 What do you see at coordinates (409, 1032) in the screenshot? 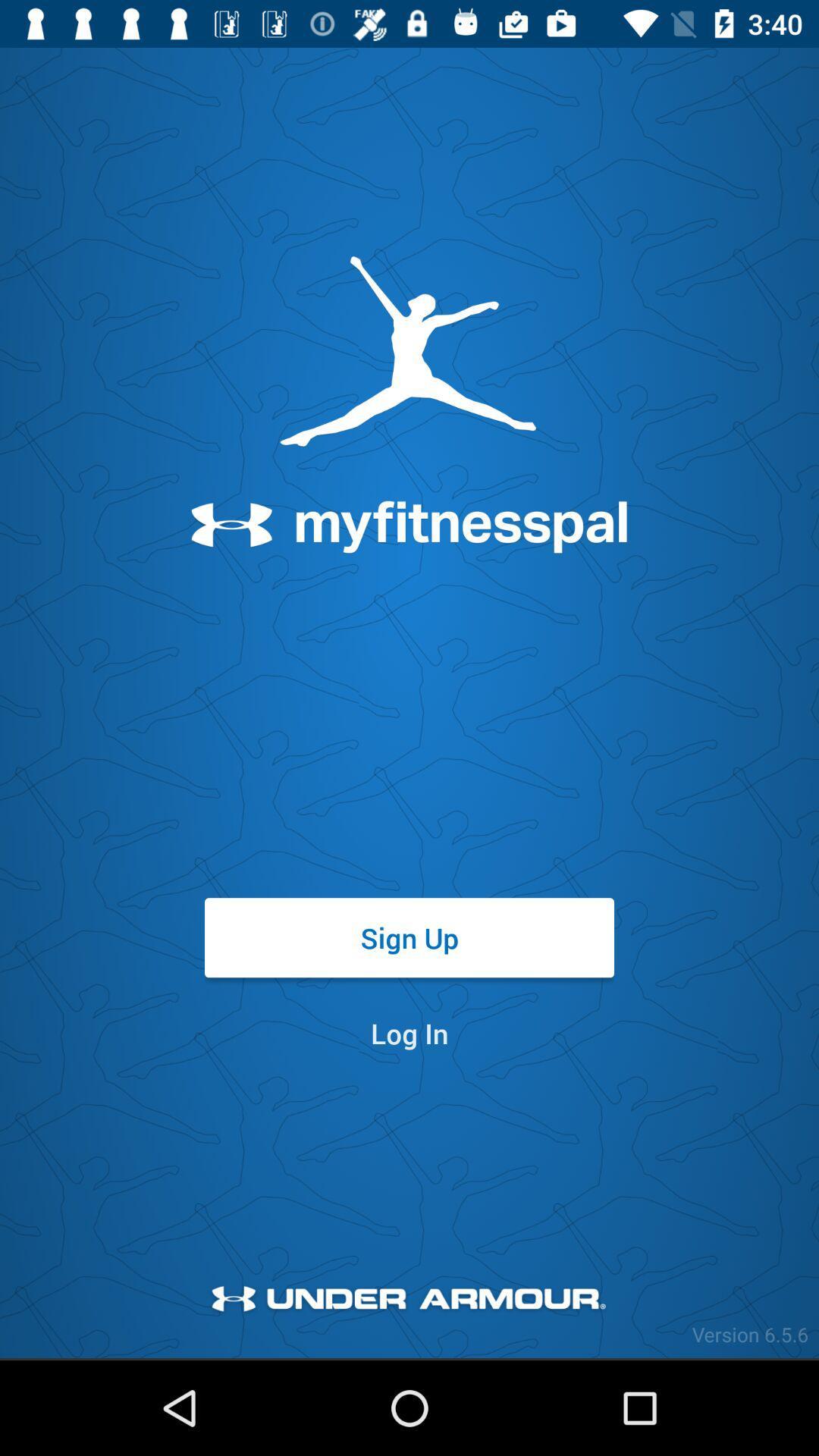
I see `the log in` at bounding box center [409, 1032].